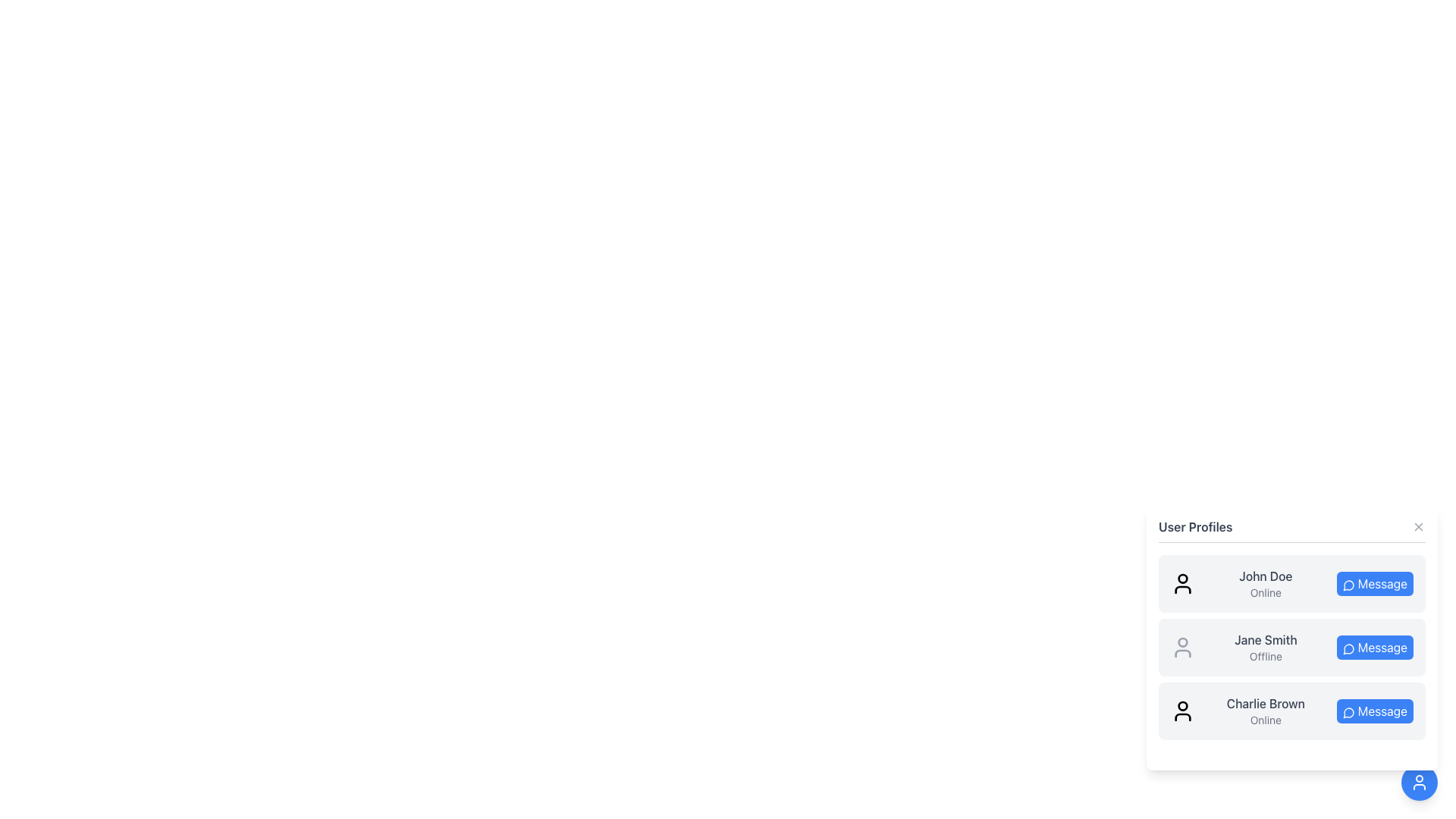 This screenshot has height=819, width=1456. What do you see at coordinates (1419, 783) in the screenshot?
I see `the action button located at the bottom-right corner of the interface` at bounding box center [1419, 783].